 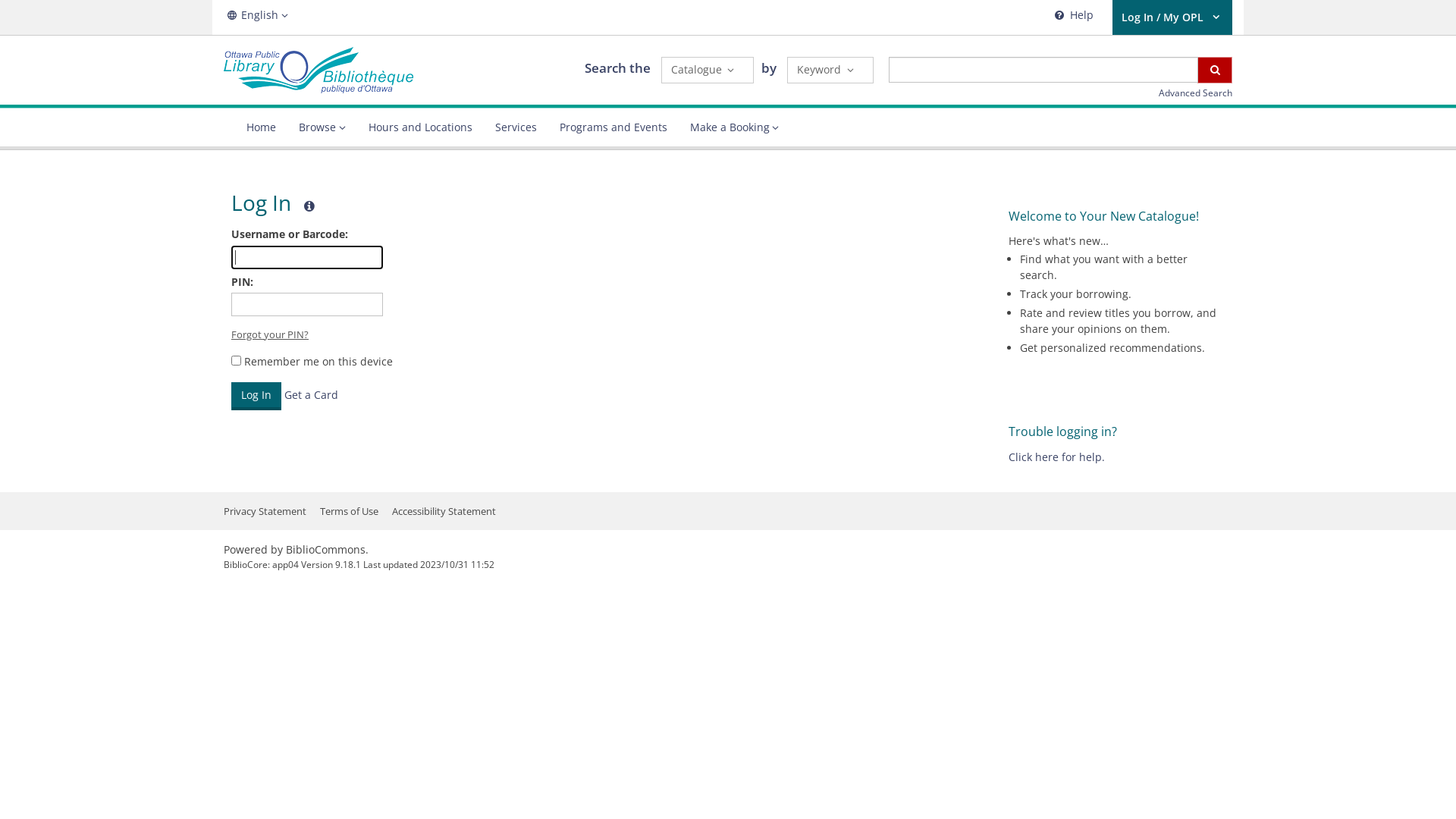 What do you see at coordinates (612, 127) in the screenshot?
I see `'Programs and Events'` at bounding box center [612, 127].